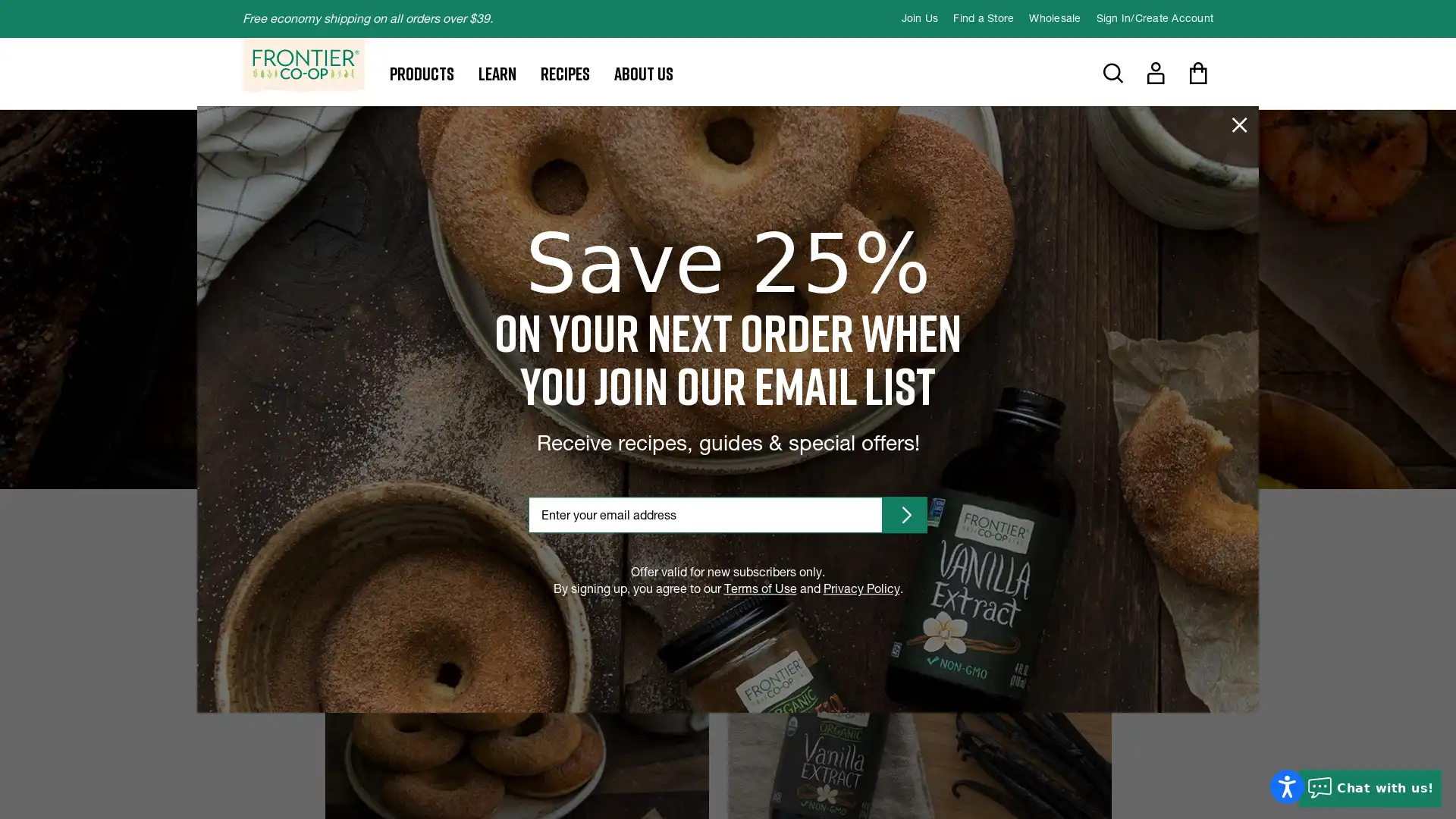 The height and width of the screenshot is (819, 1456). Describe the element at coordinates (644, 73) in the screenshot. I see `About Us` at that location.